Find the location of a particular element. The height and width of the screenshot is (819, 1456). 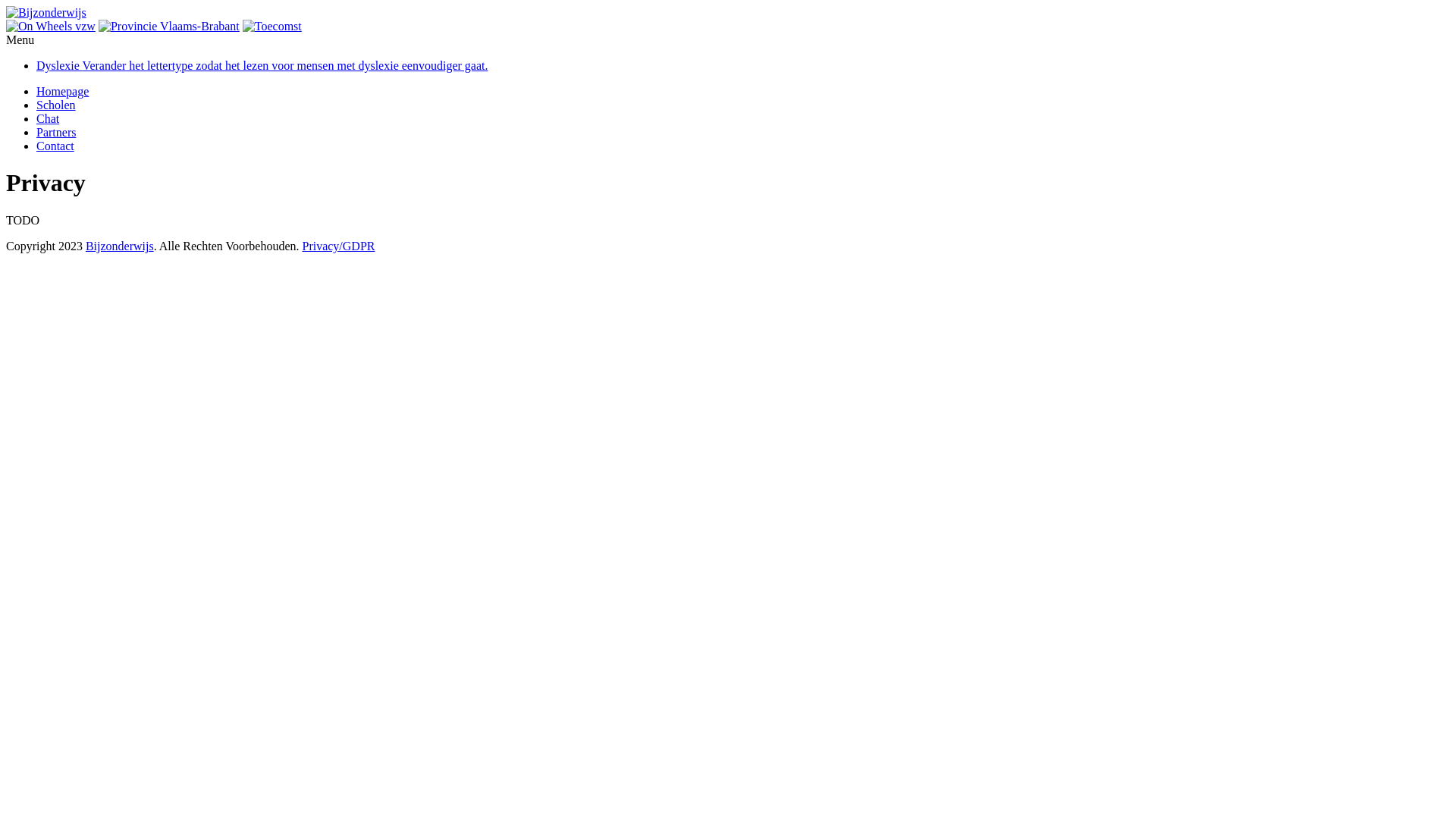

'Chat' is located at coordinates (47, 118).